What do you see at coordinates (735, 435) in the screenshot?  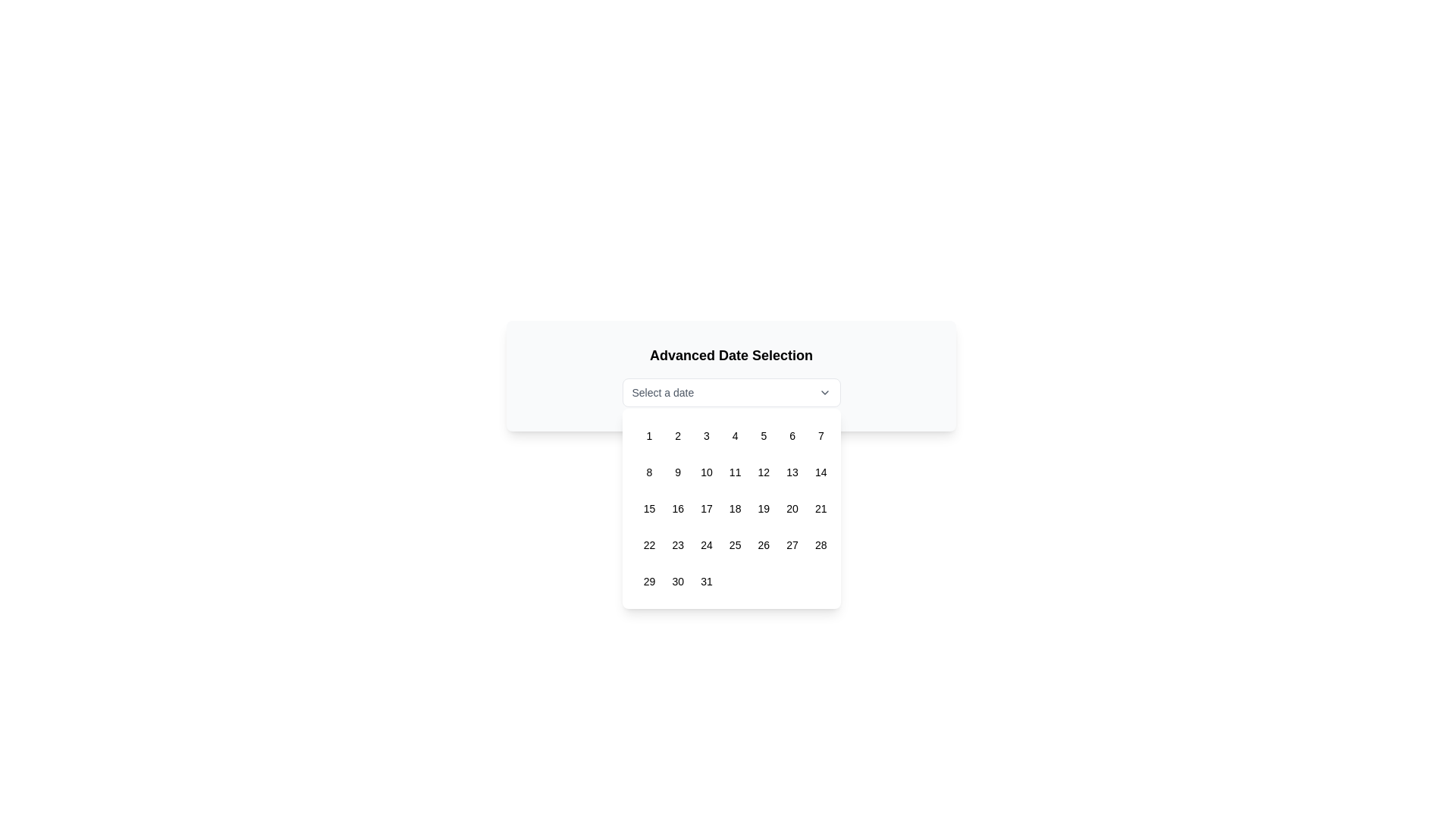 I see `the date selection button located in the first row, fourth position in the grid of buttons representing dates` at bounding box center [735, 435].